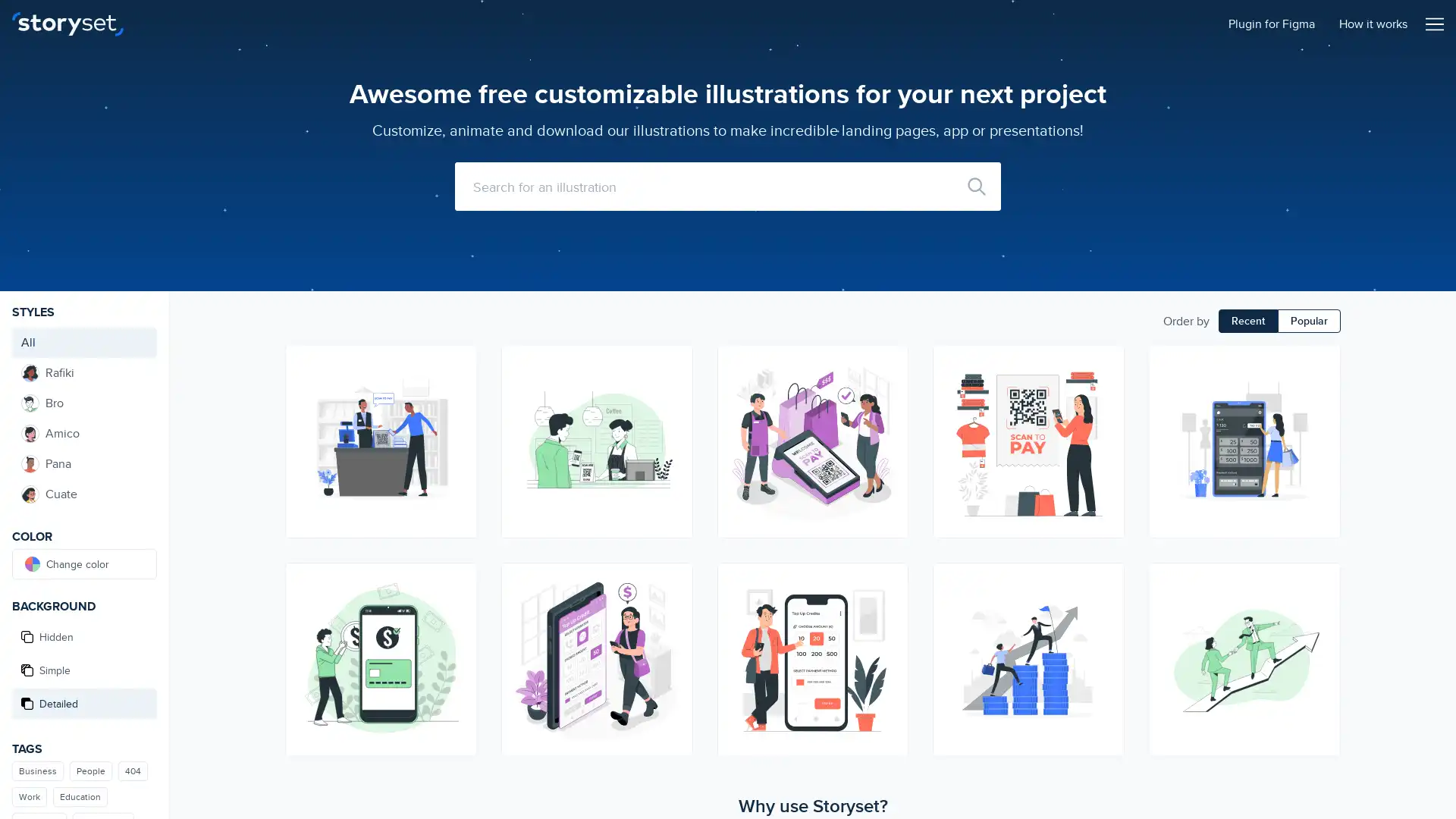  What do you see at coordinates (1320, 363) in the screenshot?
I see `wand icon Animate` at bounding box center [1320, 363].